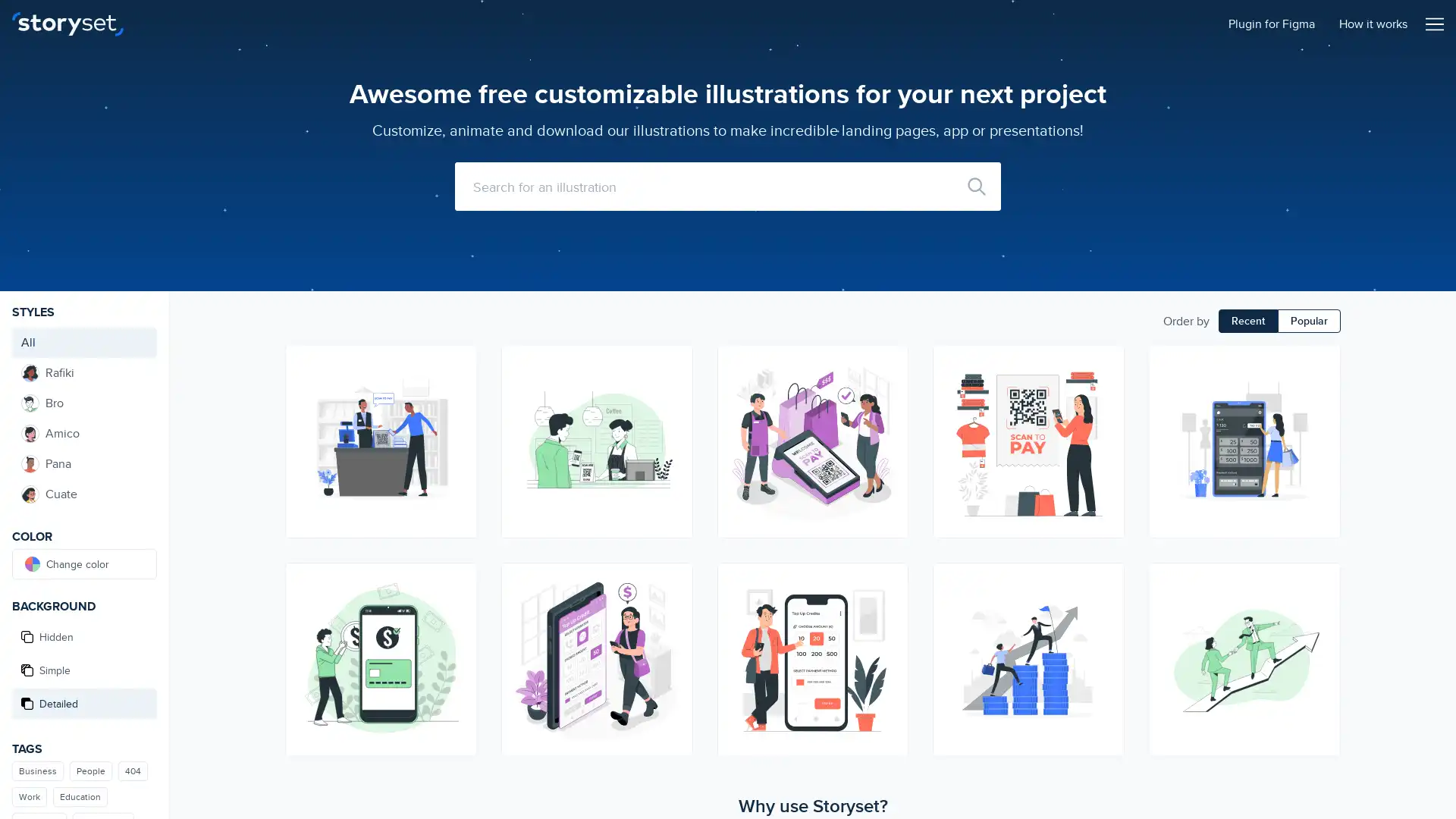  What do you see at coordinates (1320, 363) in the screenshot?
I see `wand icon Animate` at bounding box center [1320, 363].